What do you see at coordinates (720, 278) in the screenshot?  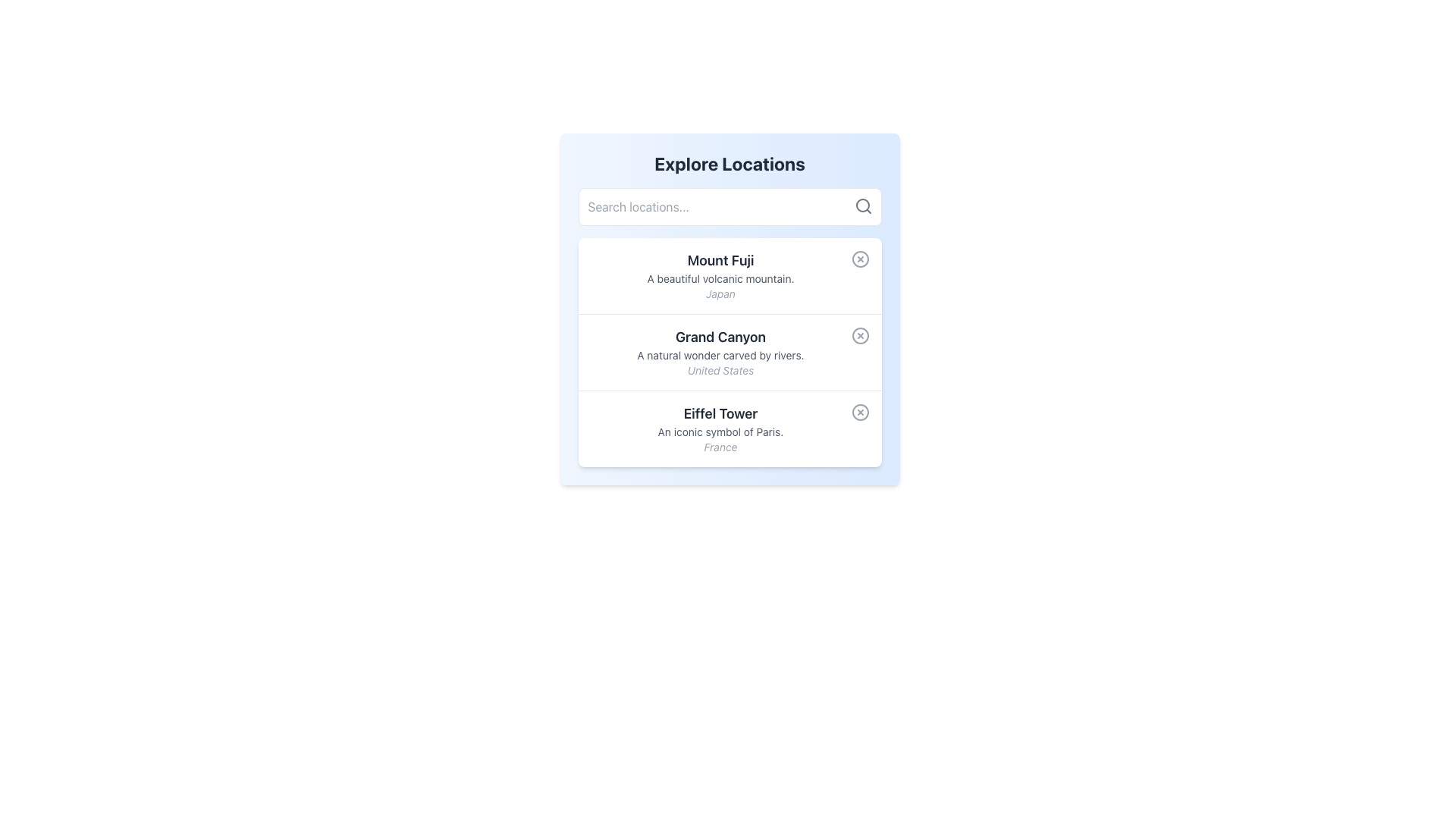 I see `the descriptive text element that states 'A beautiful volcanic mountain.' which is positioned under the title 'Mount Fuji'` at bounding box center [720, 278].